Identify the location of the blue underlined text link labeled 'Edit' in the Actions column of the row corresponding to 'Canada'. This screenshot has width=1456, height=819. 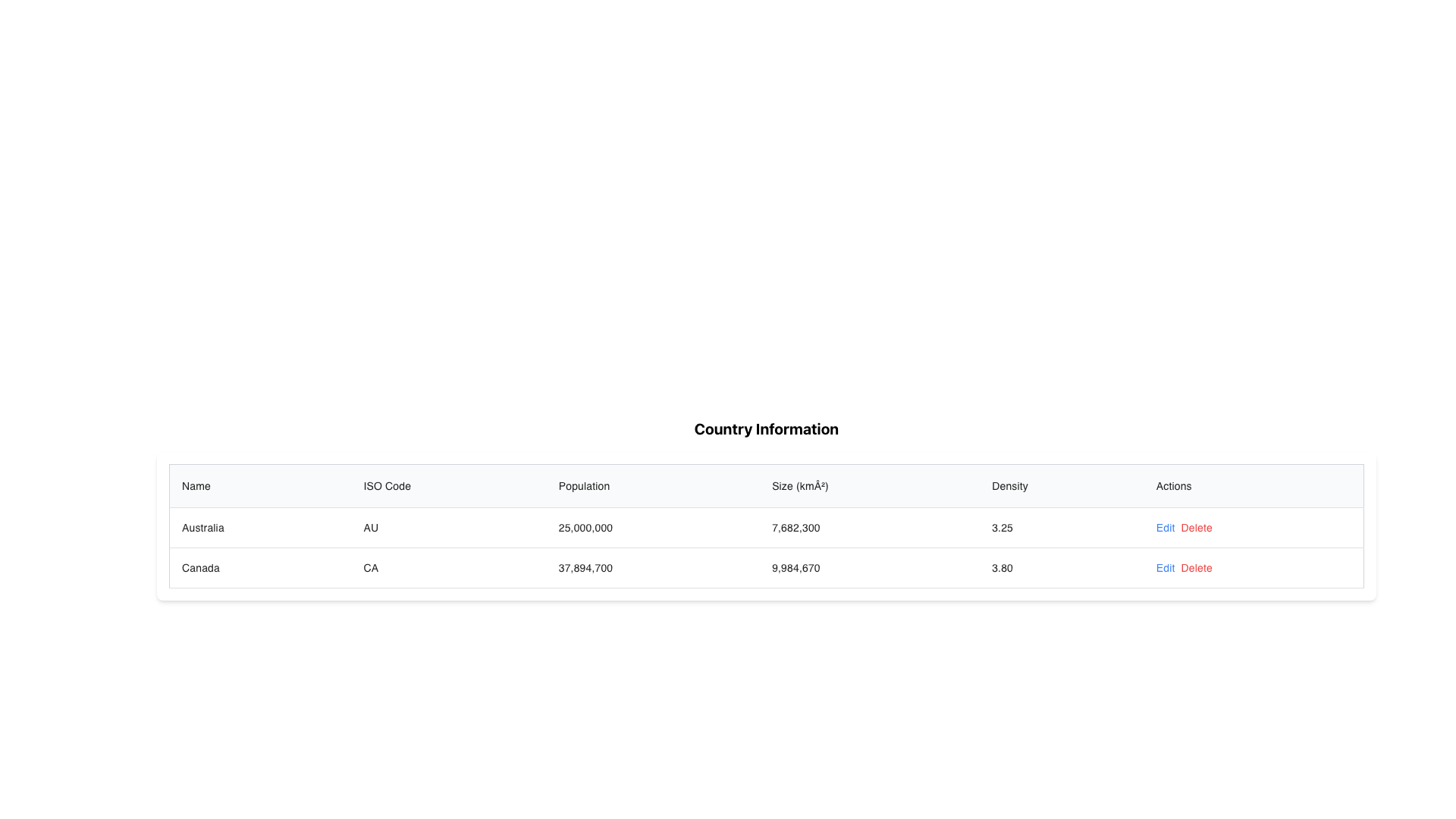
(1165, 527).